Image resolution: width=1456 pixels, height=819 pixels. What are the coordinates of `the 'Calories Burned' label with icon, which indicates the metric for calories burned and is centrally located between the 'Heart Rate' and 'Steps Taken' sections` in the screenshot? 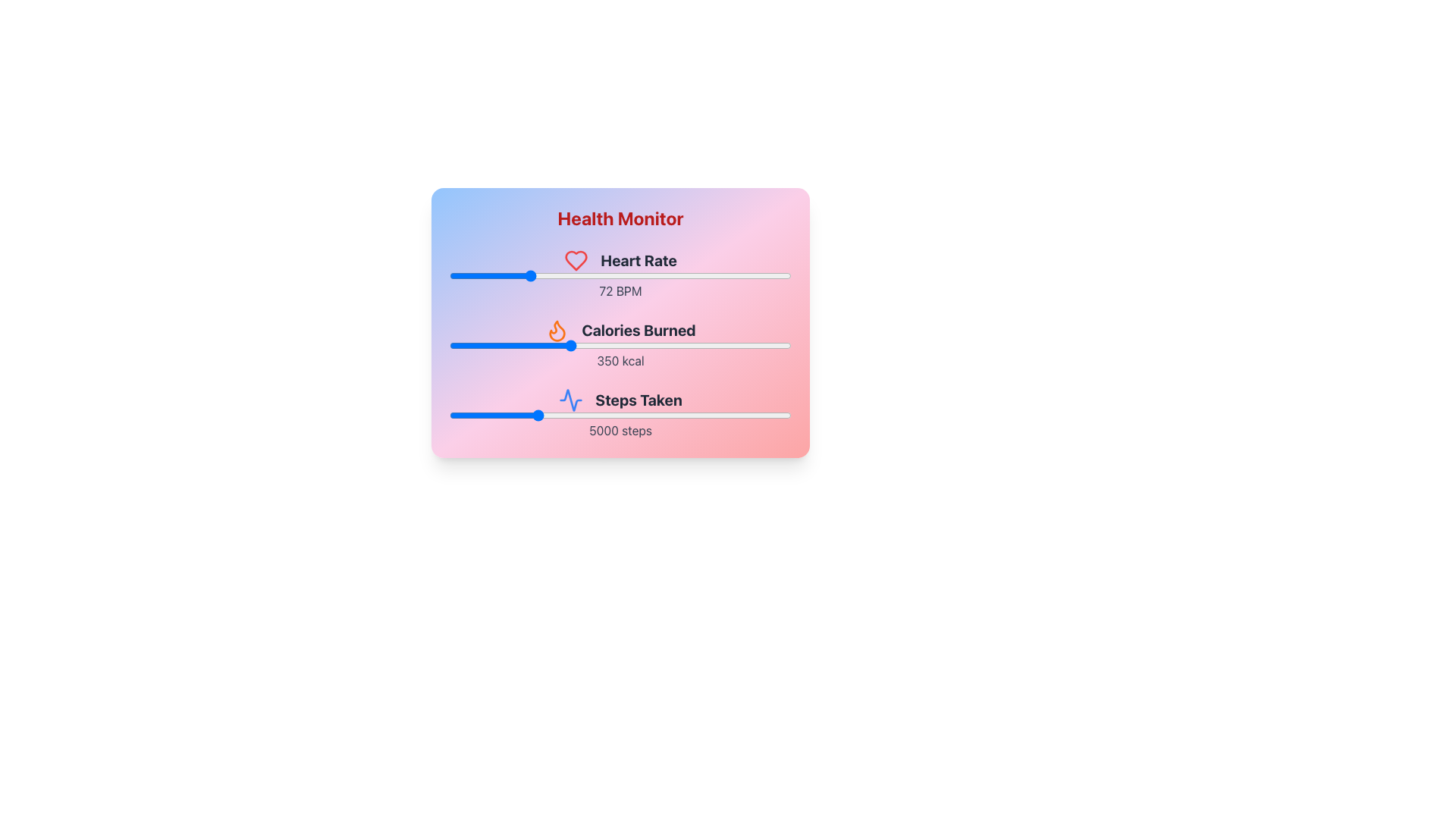 It's located at (620, 329).